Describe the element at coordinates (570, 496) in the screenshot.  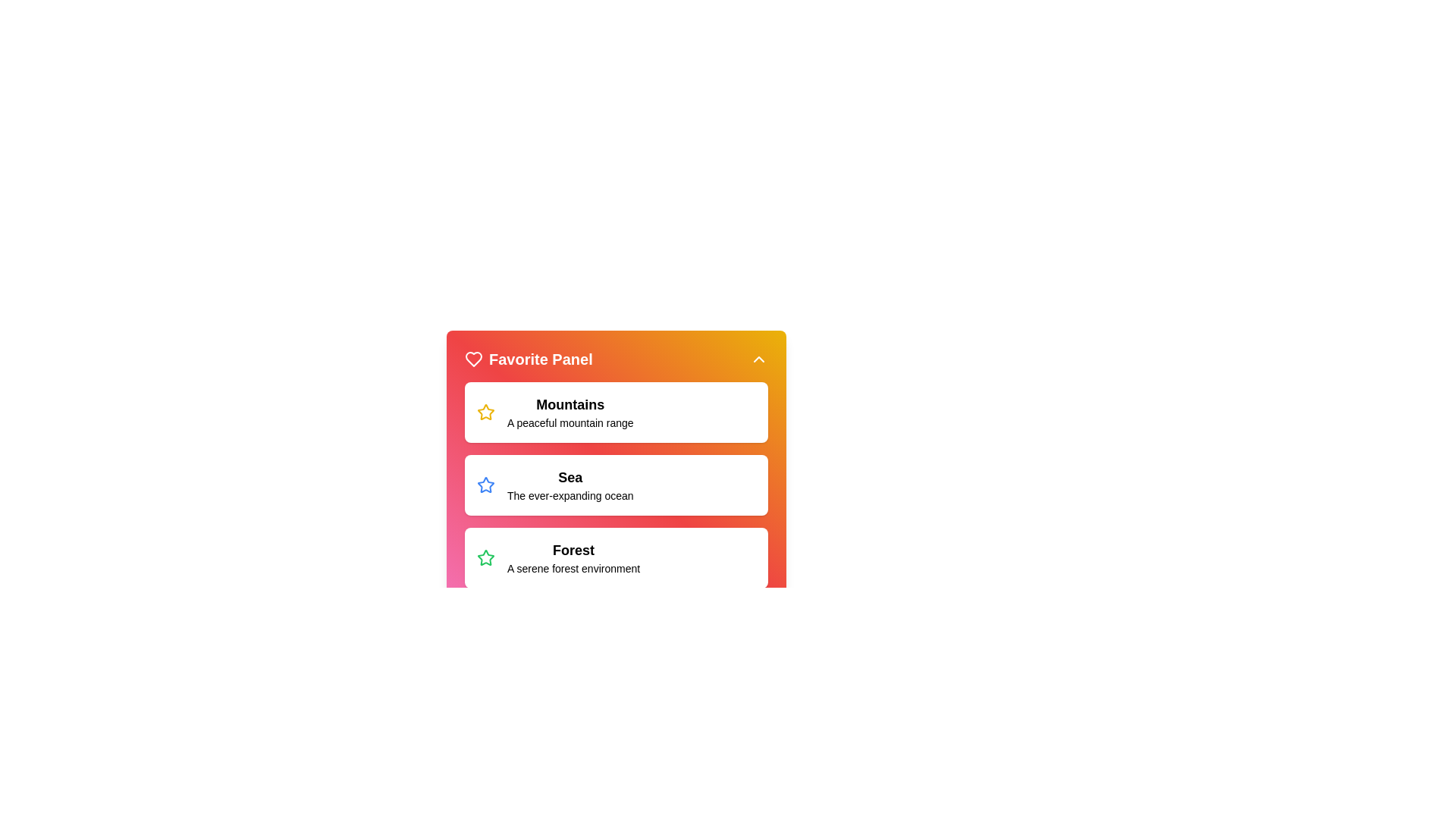
I see `the text label providing descriptive information about the 'Sea' section, which is located in the 'Favorite Panel' beneath the title 'Sea' and above the 'Forest' section` at that location.